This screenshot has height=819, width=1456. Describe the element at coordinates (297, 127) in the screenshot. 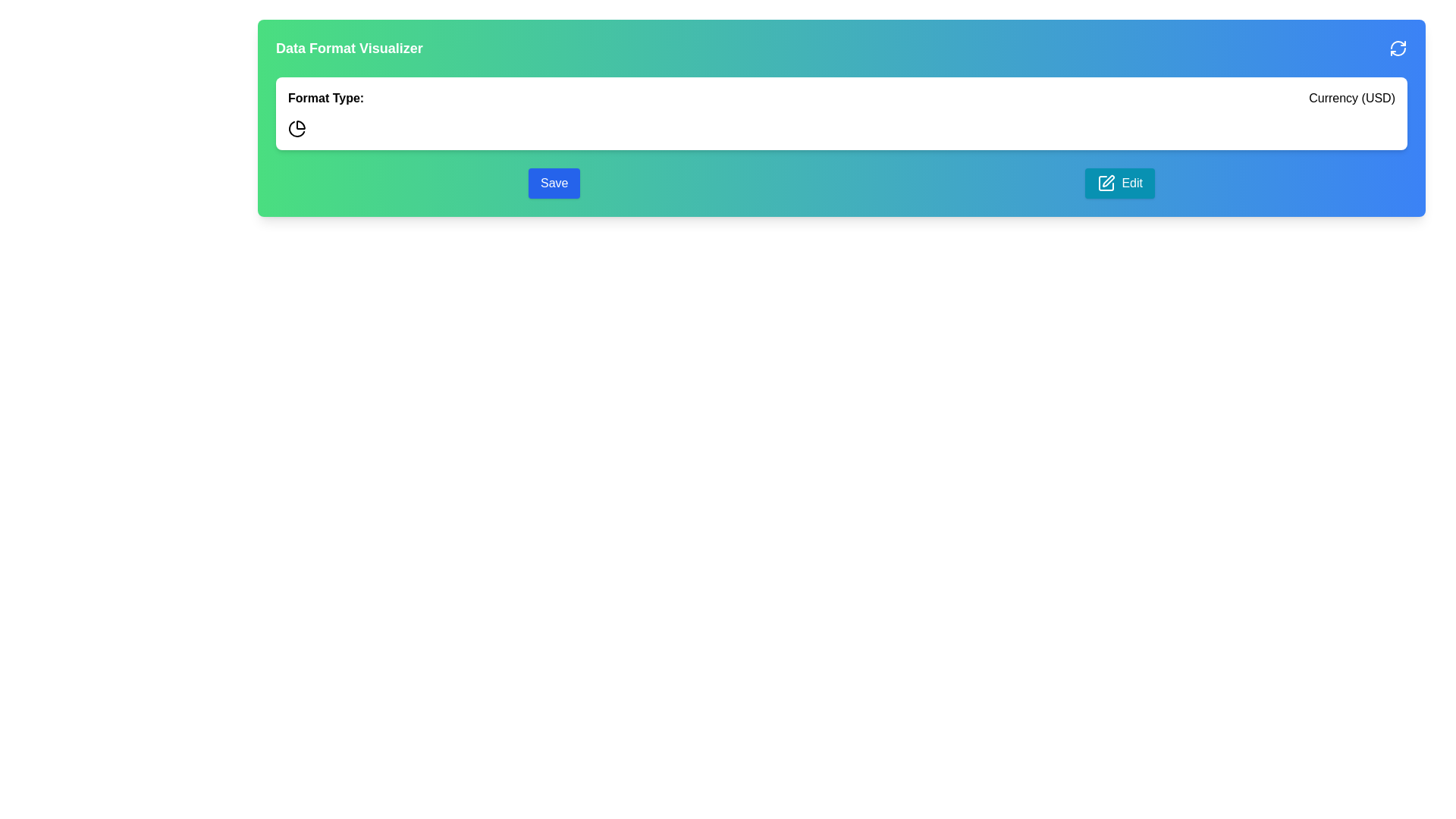

I see `the pie chart styled SVG icon located below the 'Format Type:' label, positioned towards the top-left corner of the interface` at that location.